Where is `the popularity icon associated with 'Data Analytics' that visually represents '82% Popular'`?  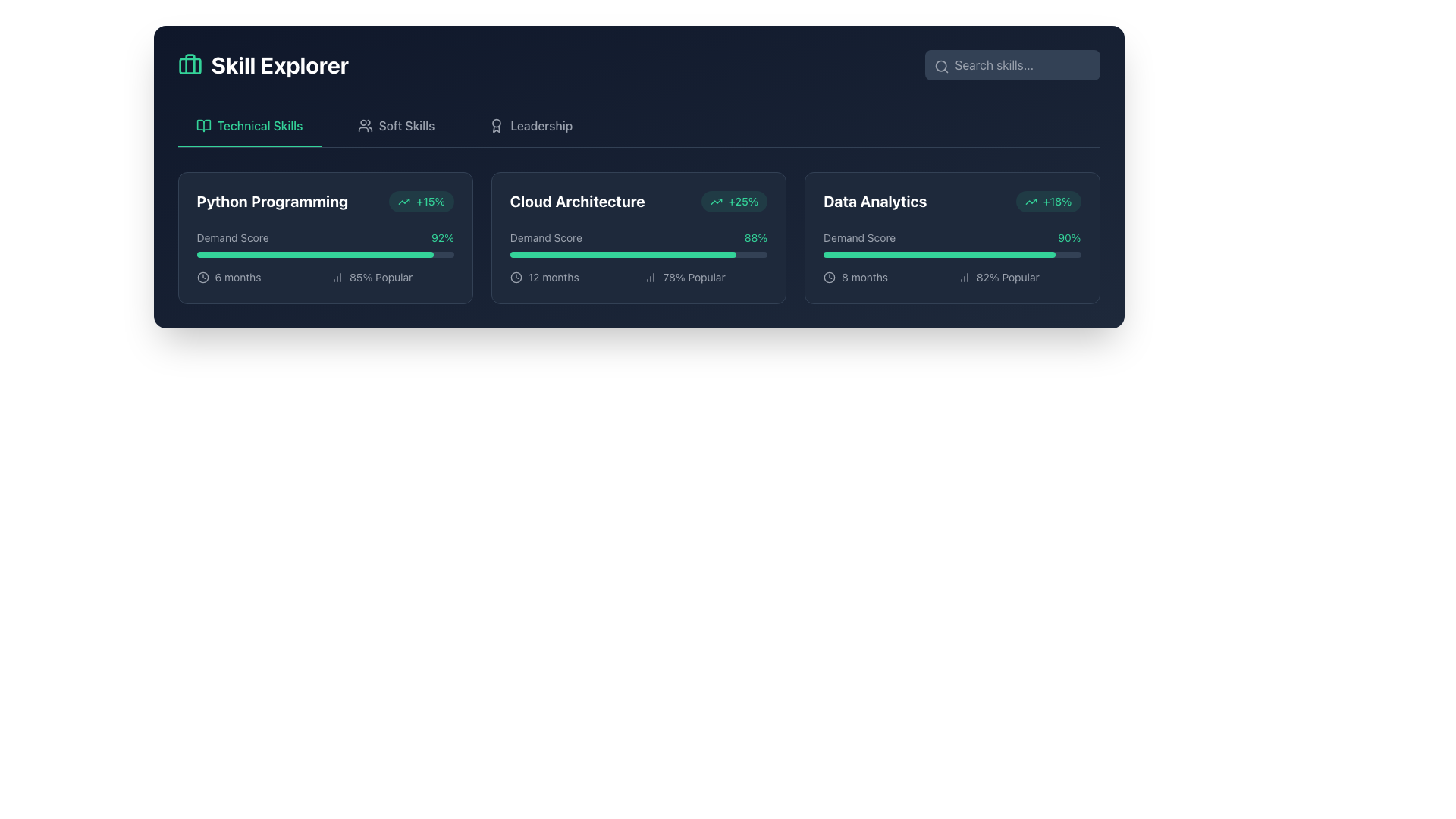 the popularity icon associated with 'Data Analytics' that visually represents '82% Popular' is located at coordinates (963, 278).